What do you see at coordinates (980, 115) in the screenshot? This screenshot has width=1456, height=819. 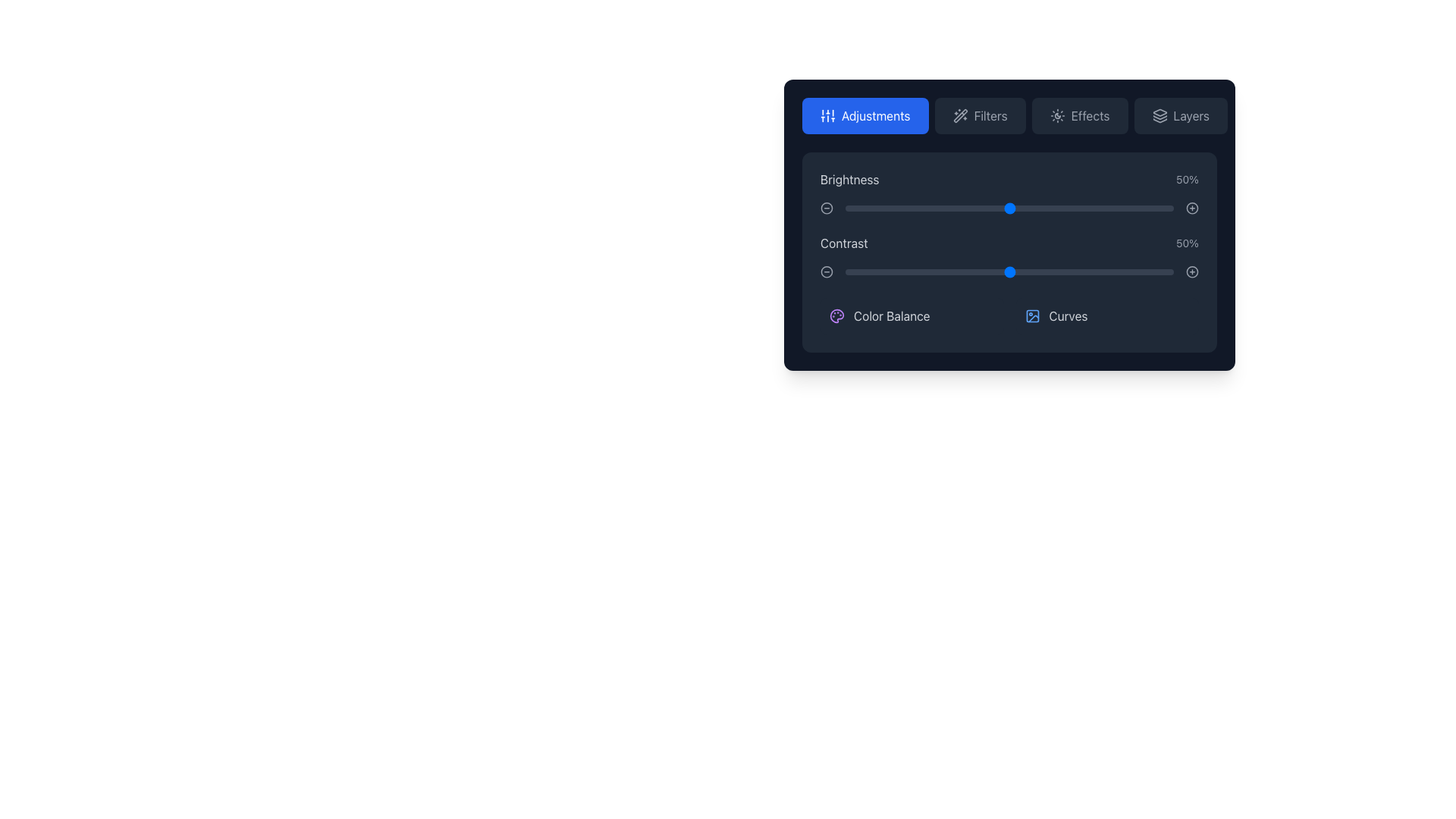 I see `the filter access button located second from the left in the horizontal row of buttons at the top of the interface, which is to the immediate right of the 'Adjustments' button` at bounding box center [980, 115].